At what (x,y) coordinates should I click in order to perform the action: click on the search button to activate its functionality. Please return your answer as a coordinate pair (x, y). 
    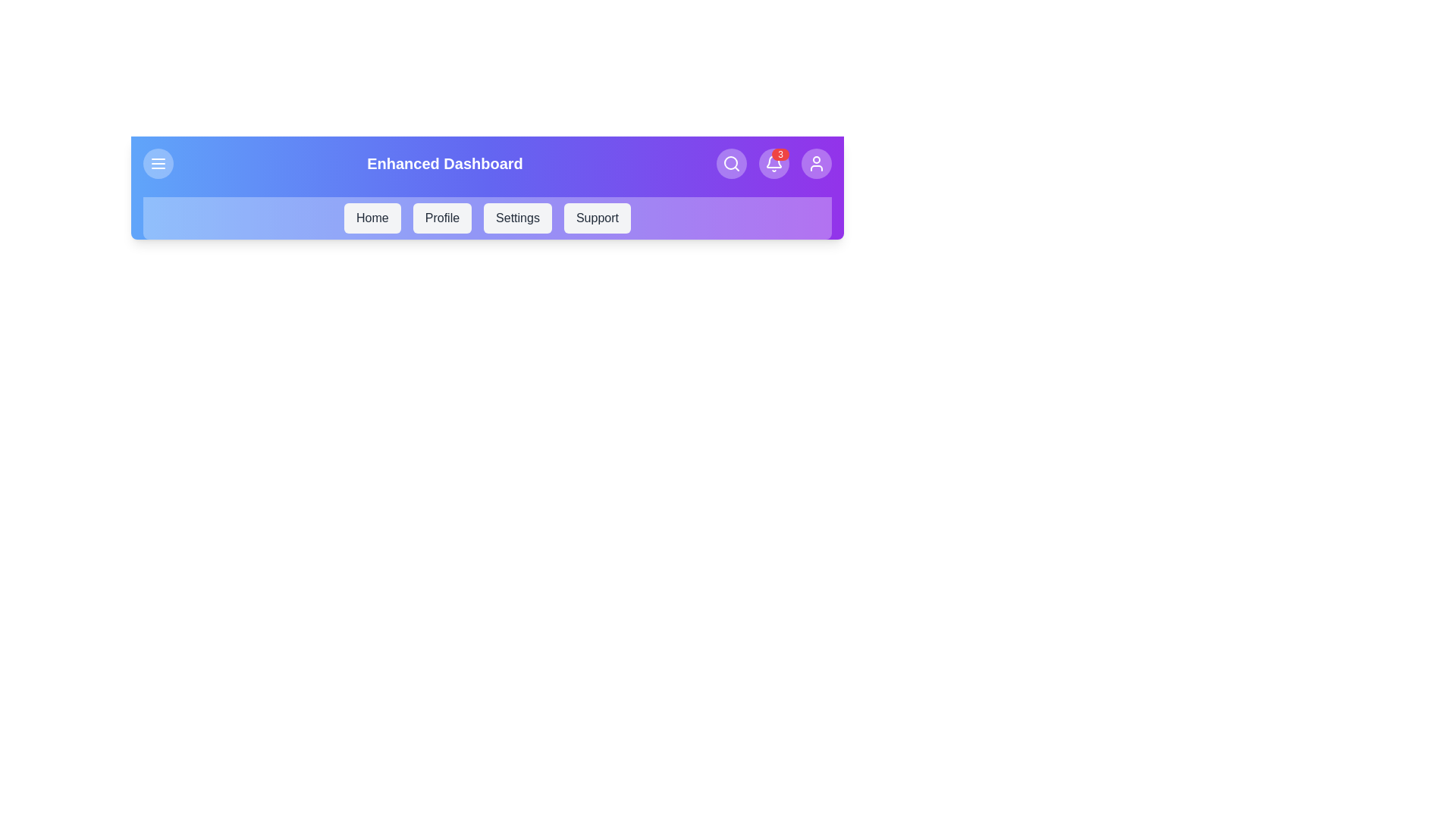
    Looking at the image, I should click on (731, 164).